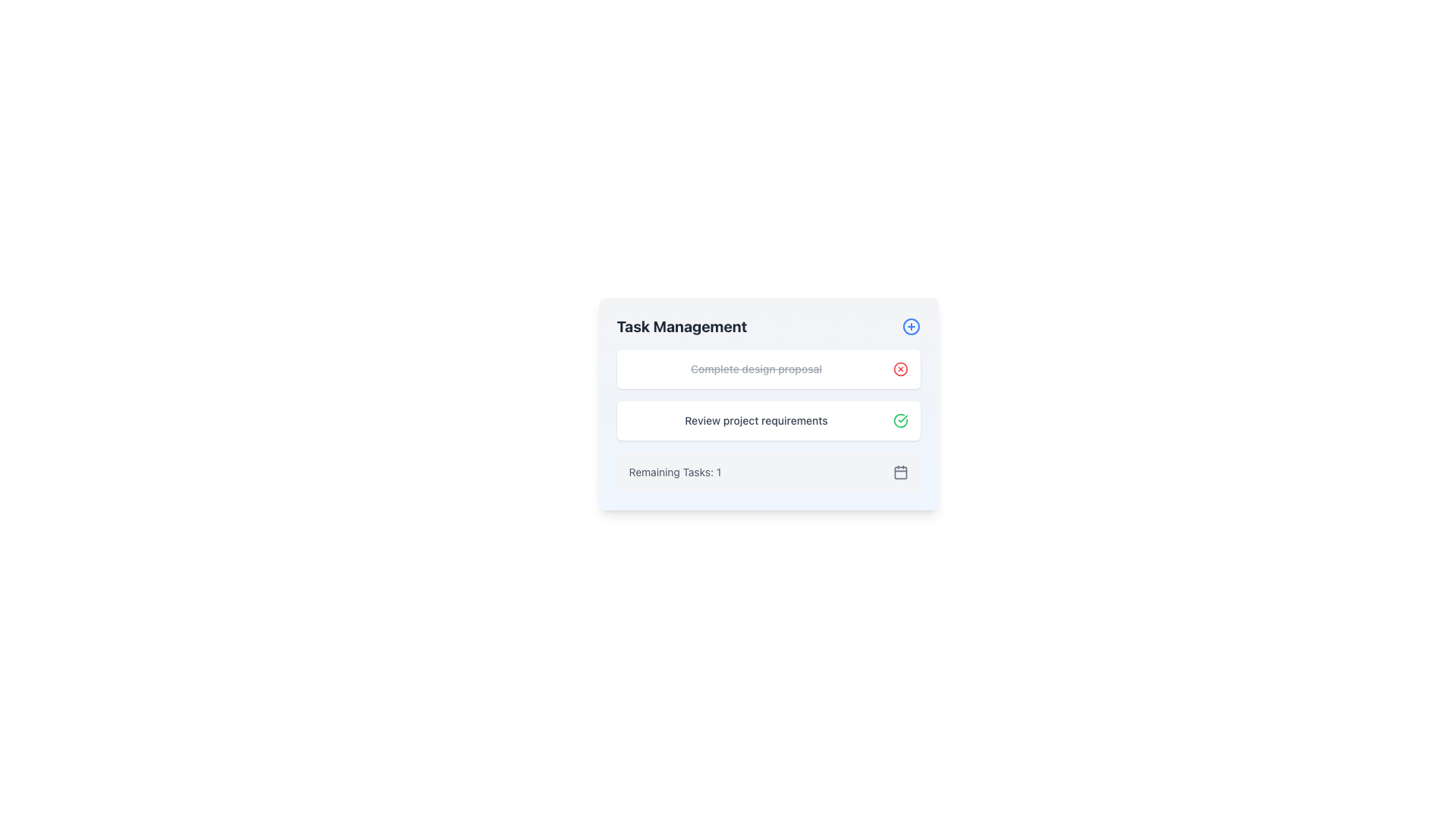 The width and height of the screenshot is (1456, 819). I want to click on the task within the checklist in the task management module, so click(768, 394).